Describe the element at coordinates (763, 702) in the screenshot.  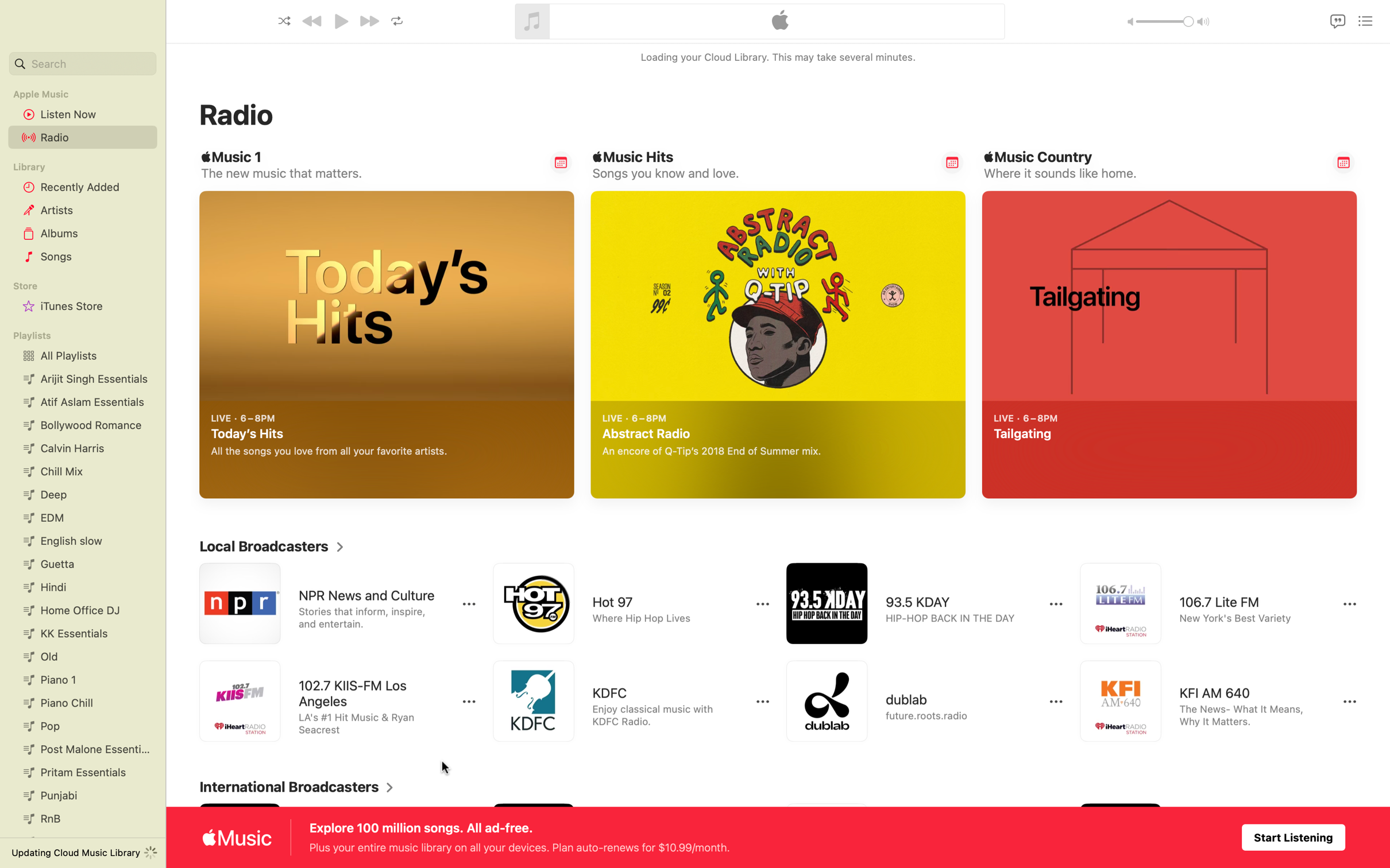
I see `to reveal additional controls for KDFC radio` at that location.